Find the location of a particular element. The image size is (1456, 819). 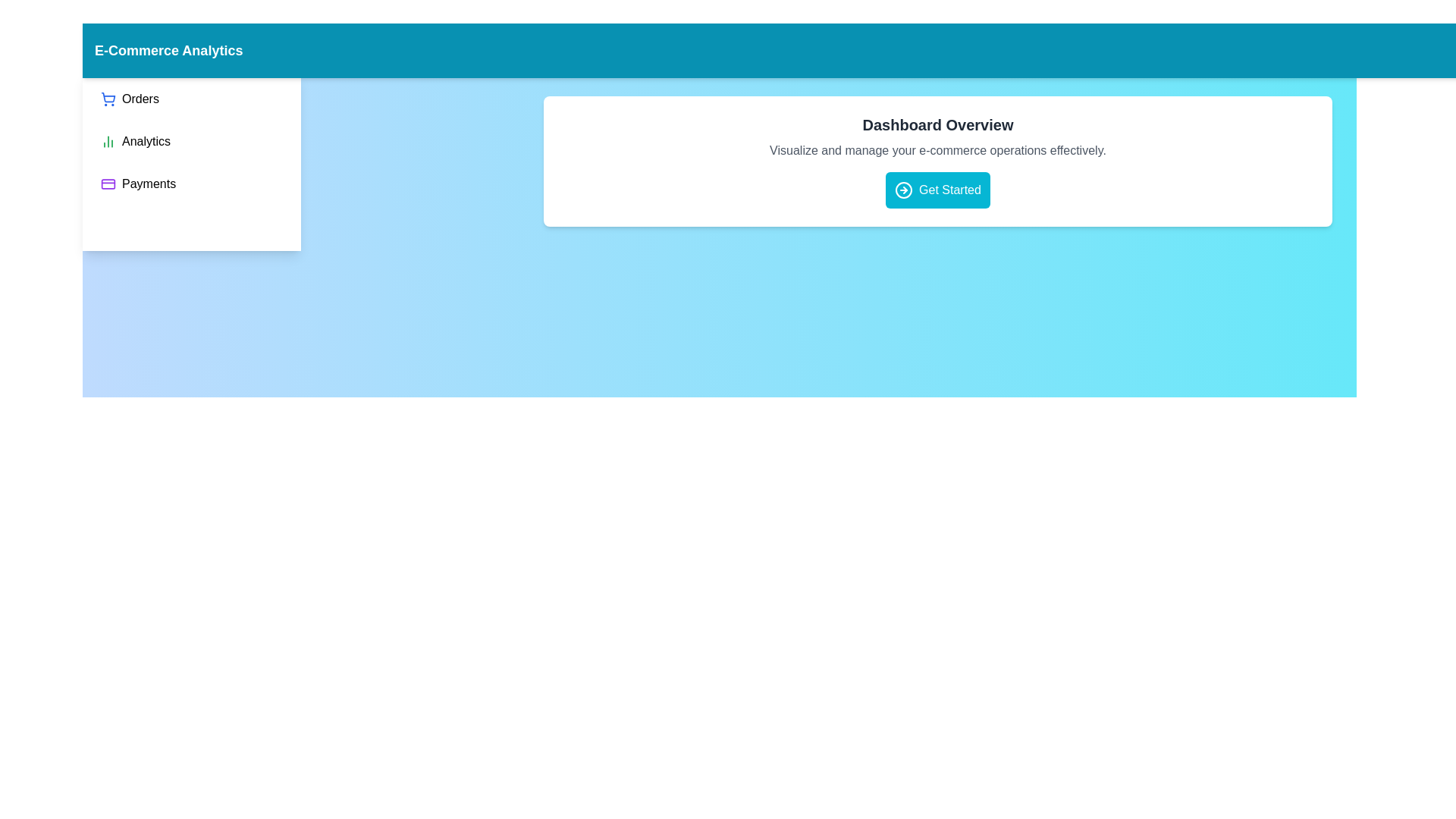

text label located at the top-left corner of the header section to understand the application's focus is located at coordinates (168, 49).